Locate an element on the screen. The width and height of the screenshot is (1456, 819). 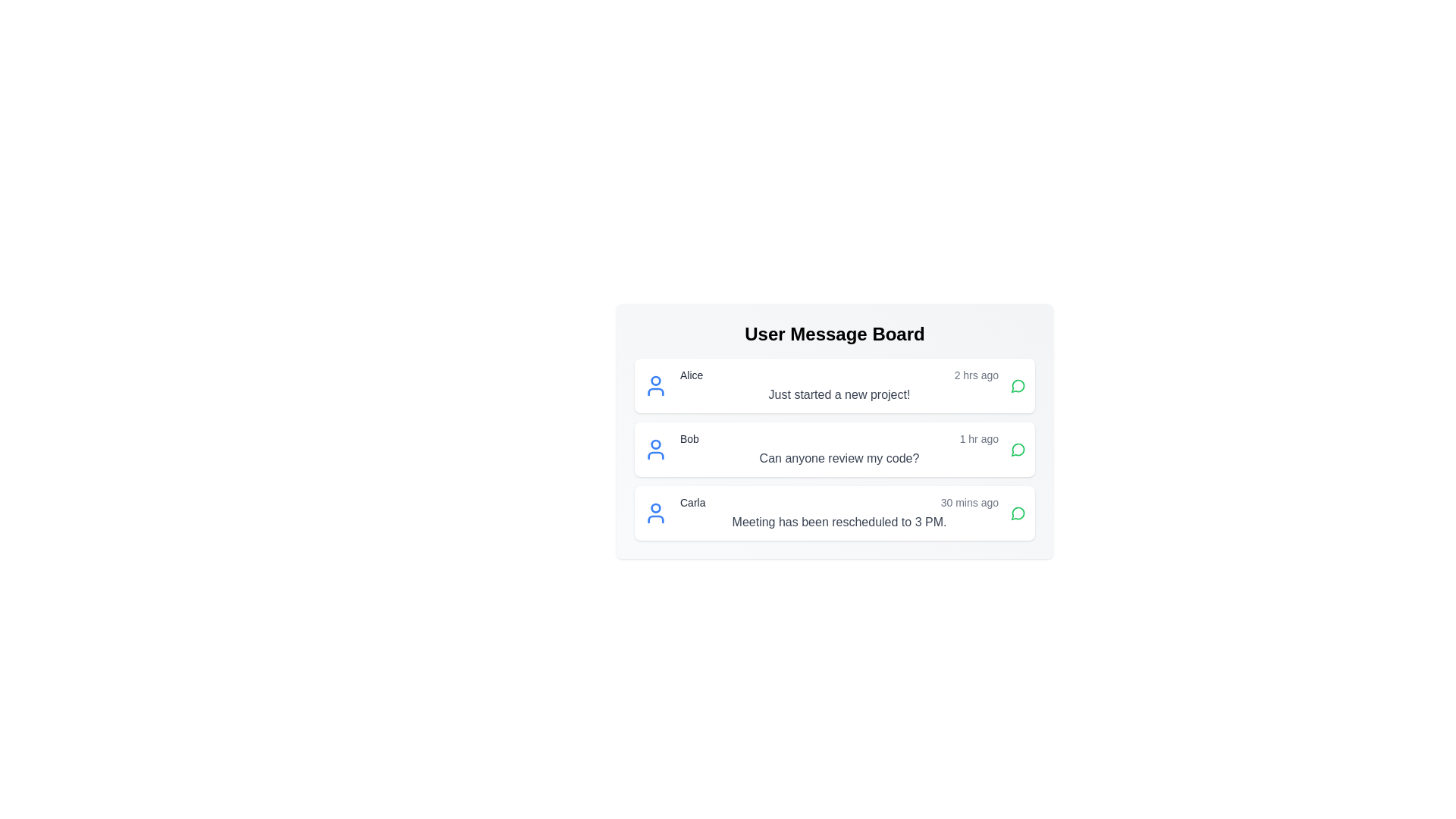
the user icon corresponding to Alice is located at coordinates (655, 385).